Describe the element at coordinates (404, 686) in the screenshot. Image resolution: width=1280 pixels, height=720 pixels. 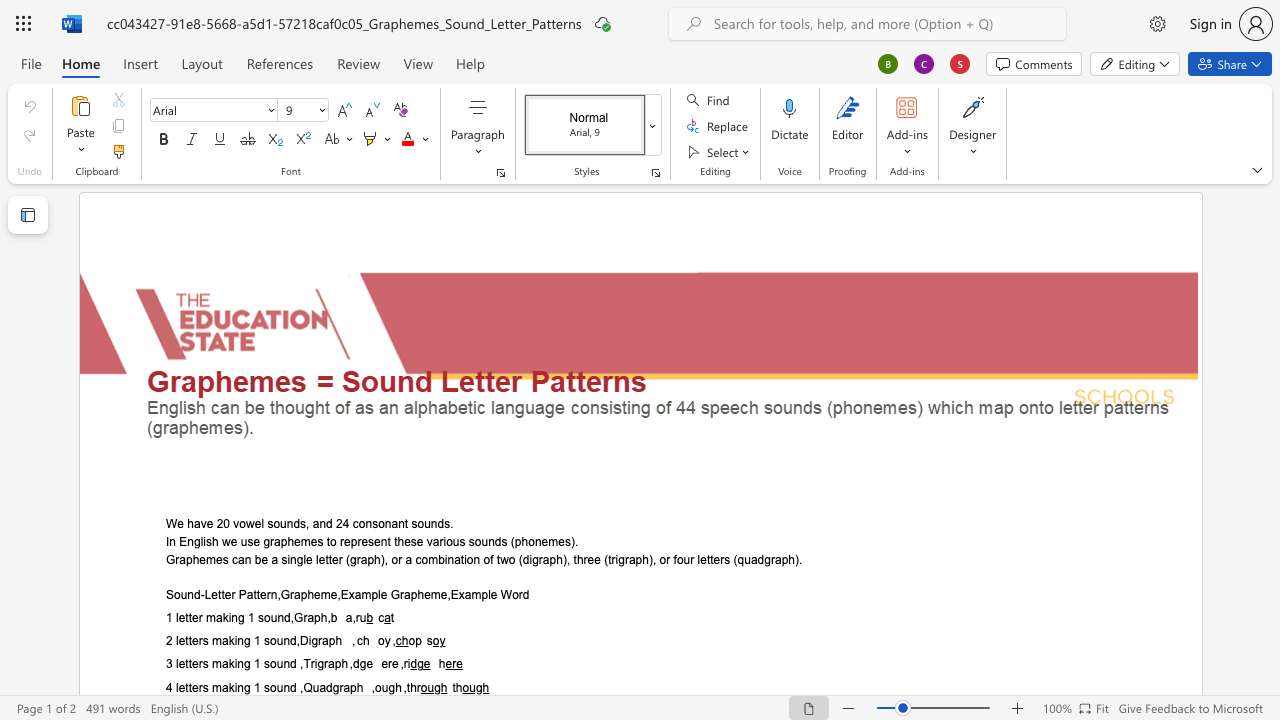
I see `the 3th character "," in the text` at that location.